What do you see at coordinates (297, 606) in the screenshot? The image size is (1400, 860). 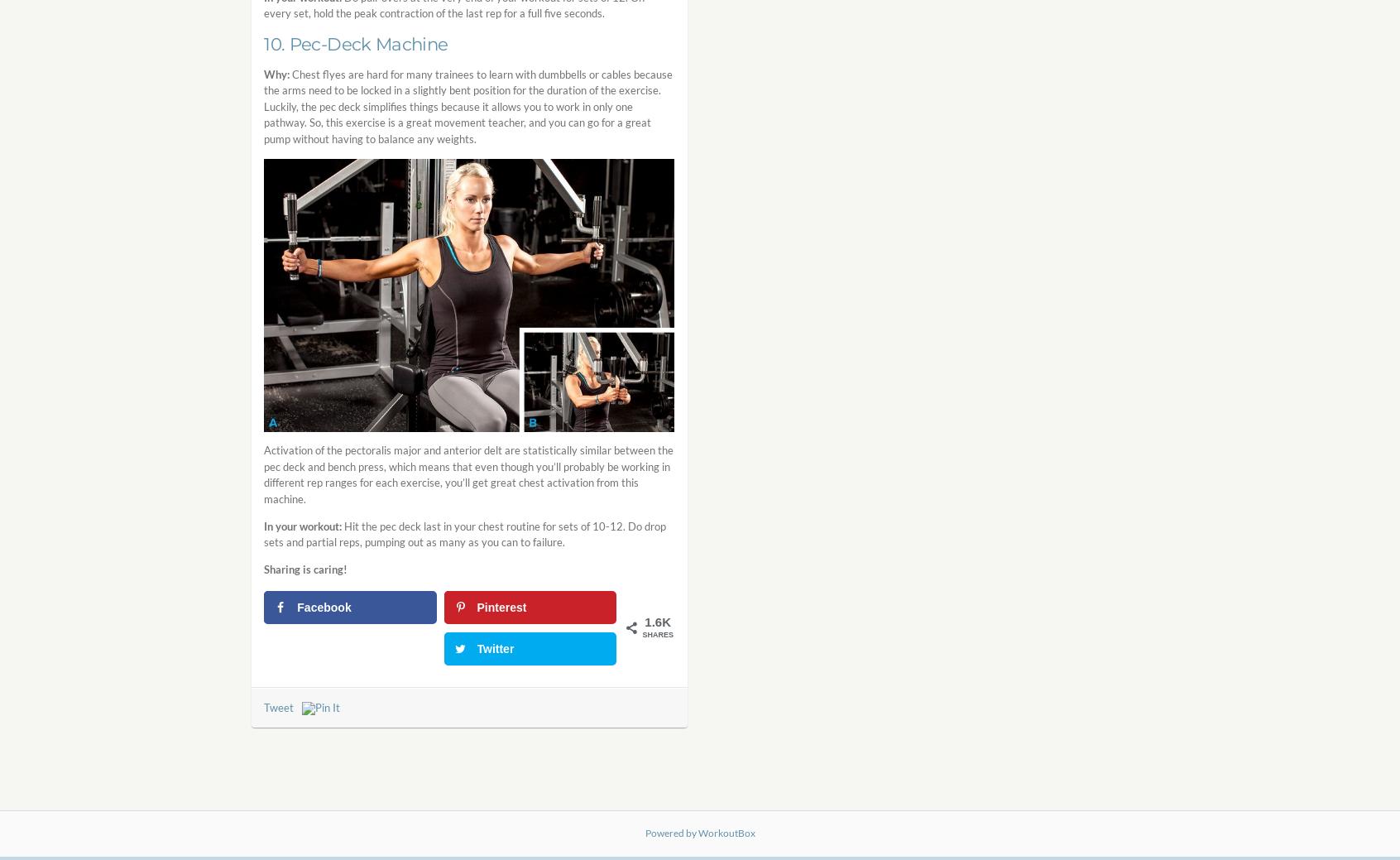 I see `'Facebook'` at bounding box center [297, 606].